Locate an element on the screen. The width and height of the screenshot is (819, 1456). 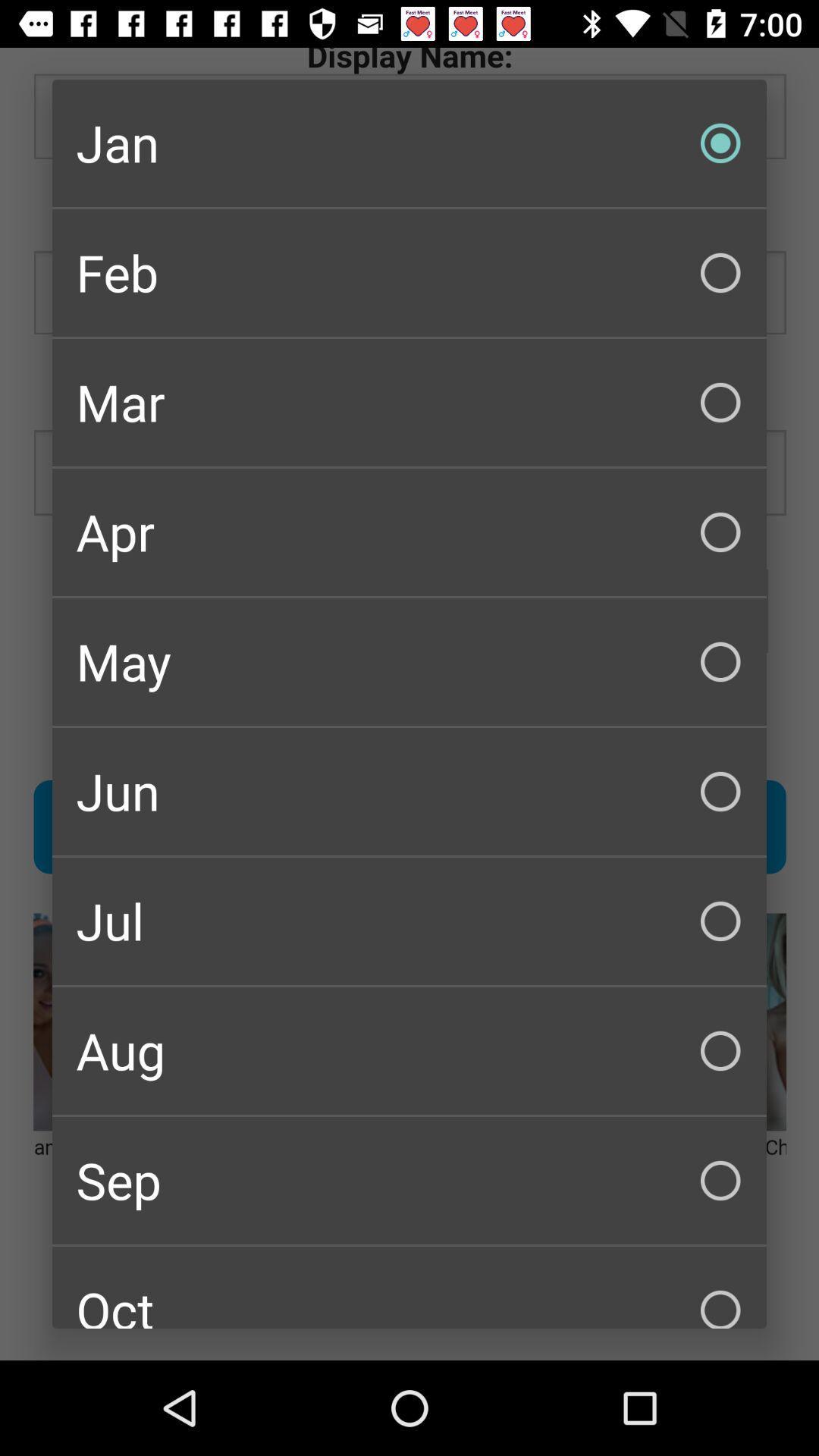
the item above the may item is located at coordinates (409, 532).